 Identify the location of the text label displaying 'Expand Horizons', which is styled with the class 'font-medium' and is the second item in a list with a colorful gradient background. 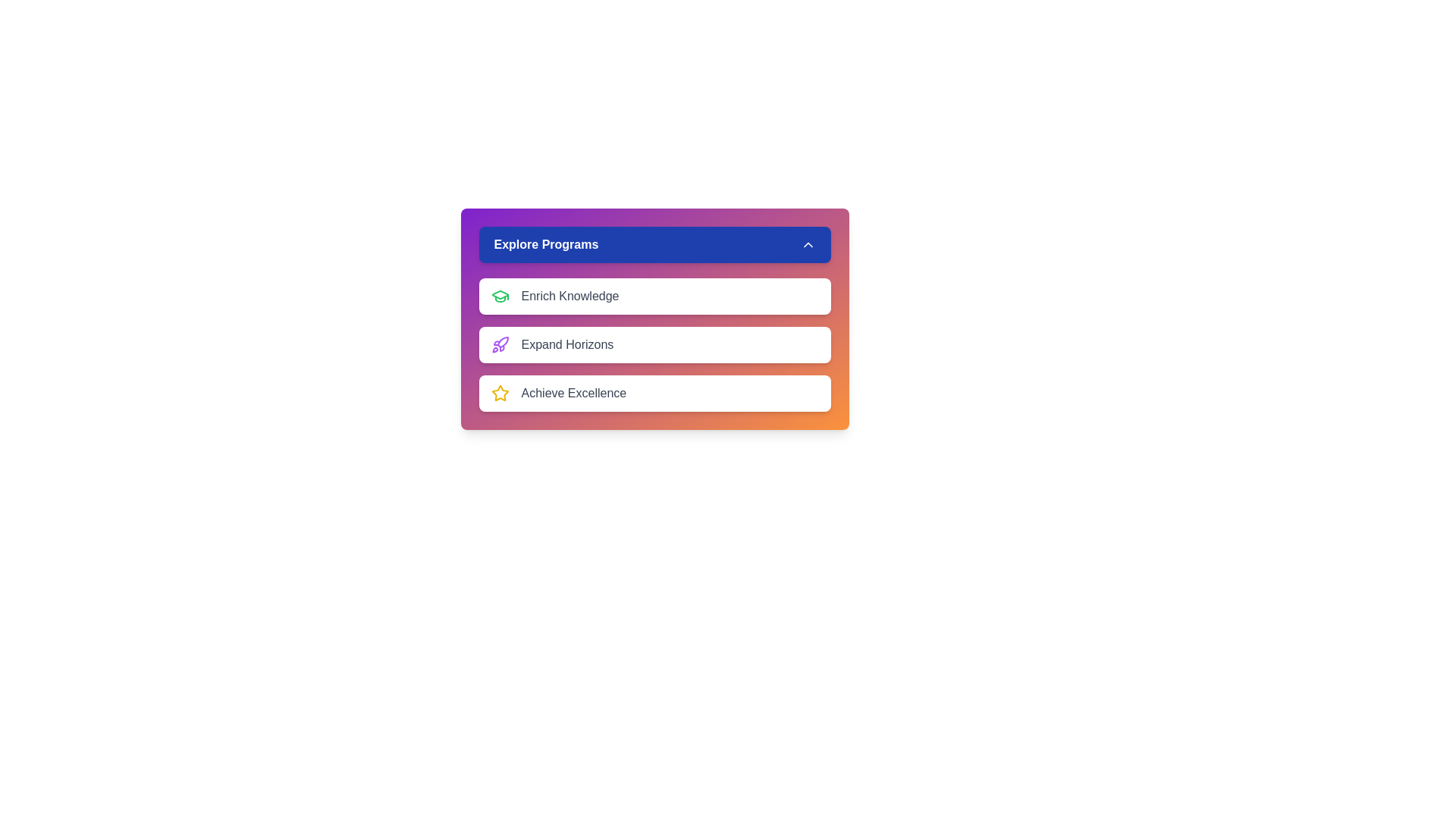
(566, 345).